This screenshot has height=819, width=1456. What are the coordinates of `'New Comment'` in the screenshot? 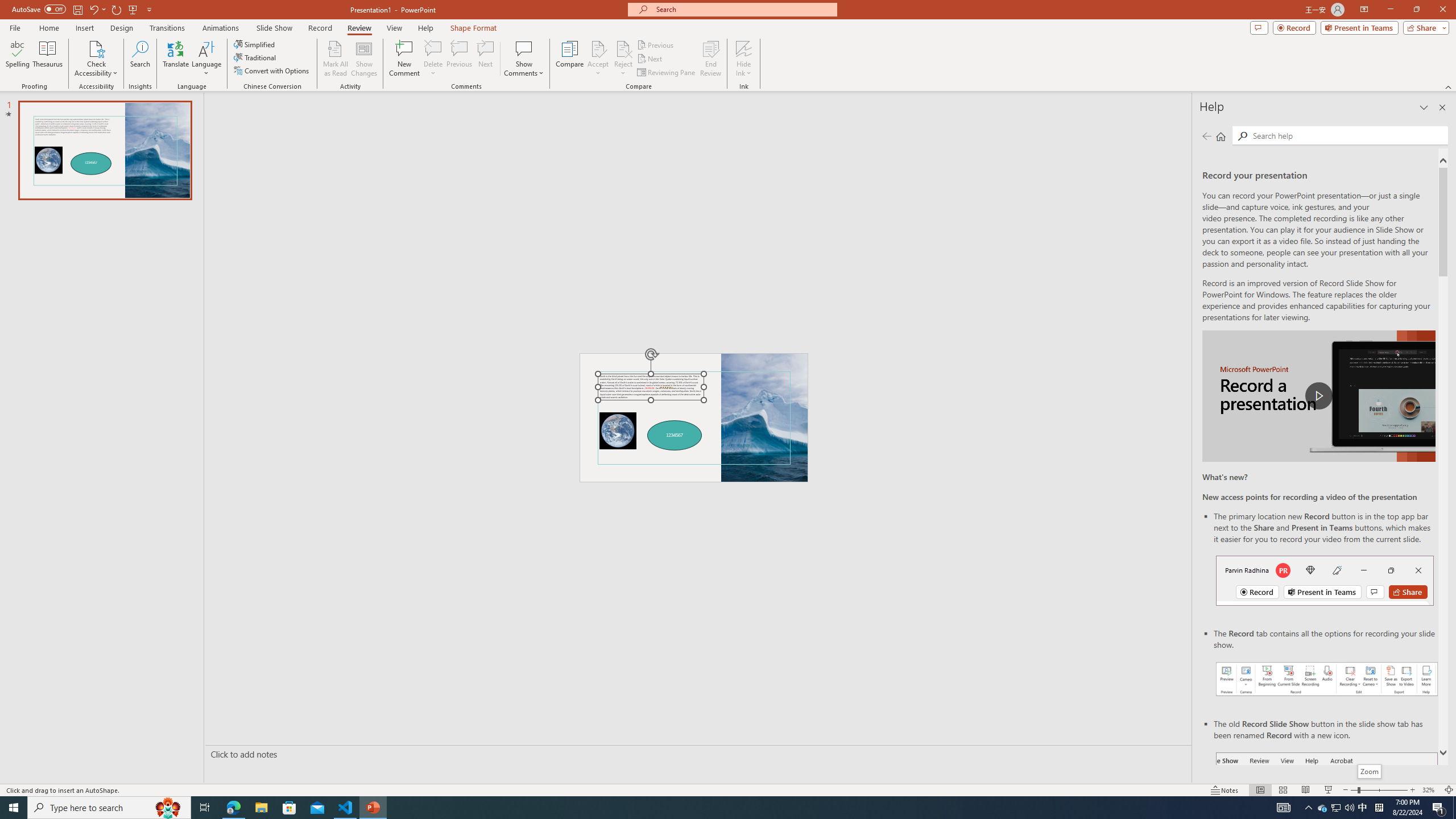 It's located at (403, 59).